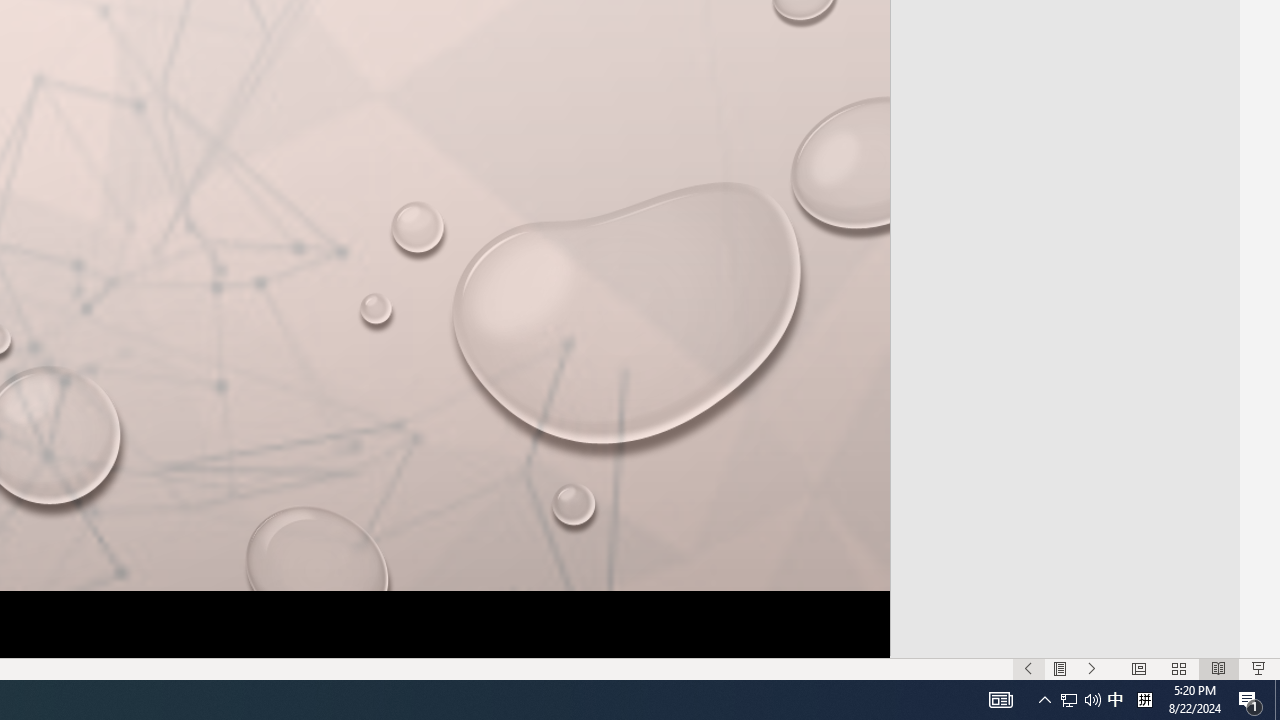  I want to click on 'Slide Show Next On', so click(1091, 669).